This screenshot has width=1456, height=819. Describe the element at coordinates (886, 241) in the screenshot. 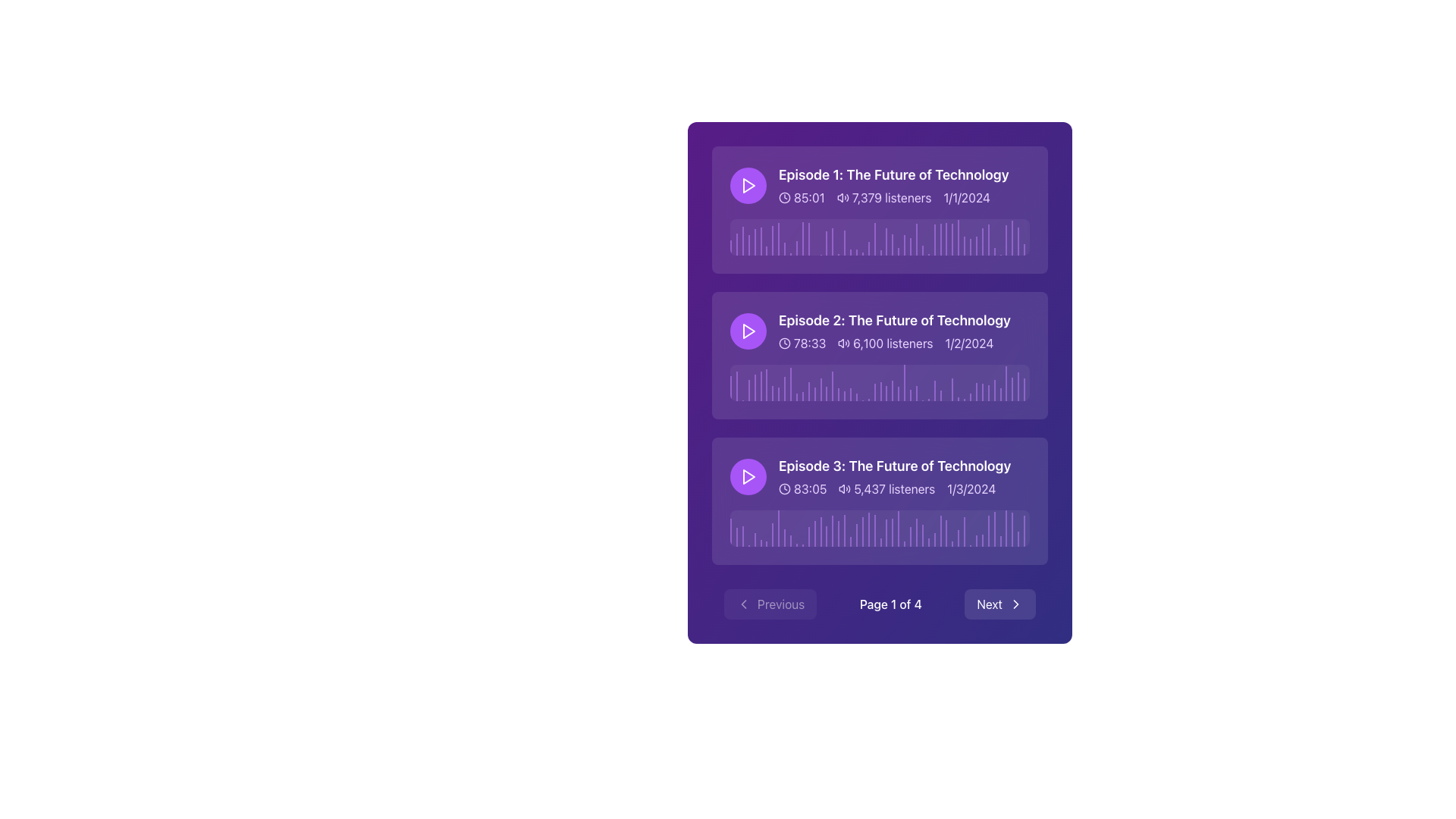

I see `the visual indicator for the current playback position within the waveform display area under 'Episode 1: The Future of Technology'` at that location.